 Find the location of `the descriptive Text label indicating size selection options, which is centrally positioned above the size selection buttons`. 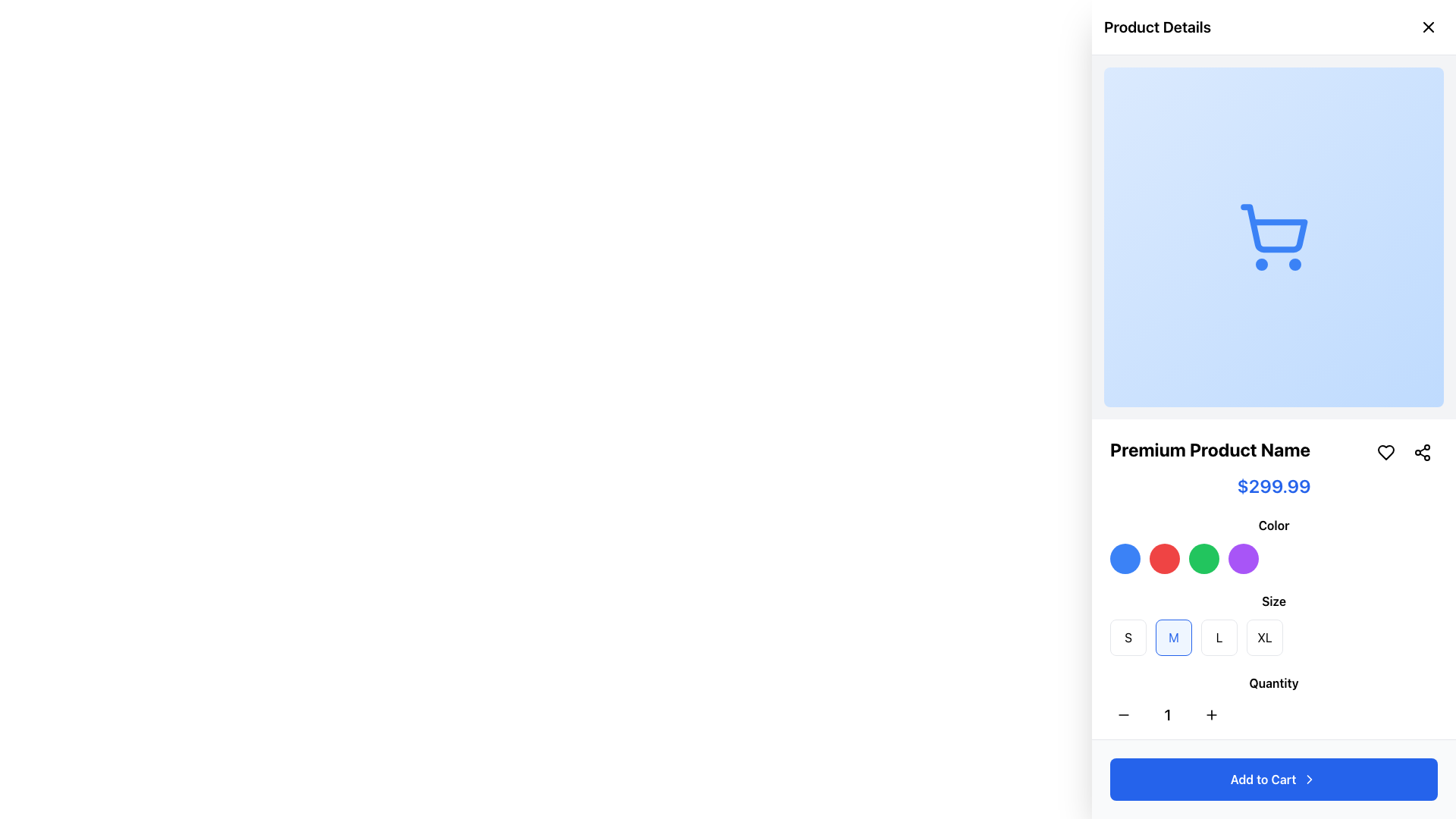

the descriptive Text label indicating size selection options, which is centrally positioned above the size selection buttons is located at coordinates (1274, 601).